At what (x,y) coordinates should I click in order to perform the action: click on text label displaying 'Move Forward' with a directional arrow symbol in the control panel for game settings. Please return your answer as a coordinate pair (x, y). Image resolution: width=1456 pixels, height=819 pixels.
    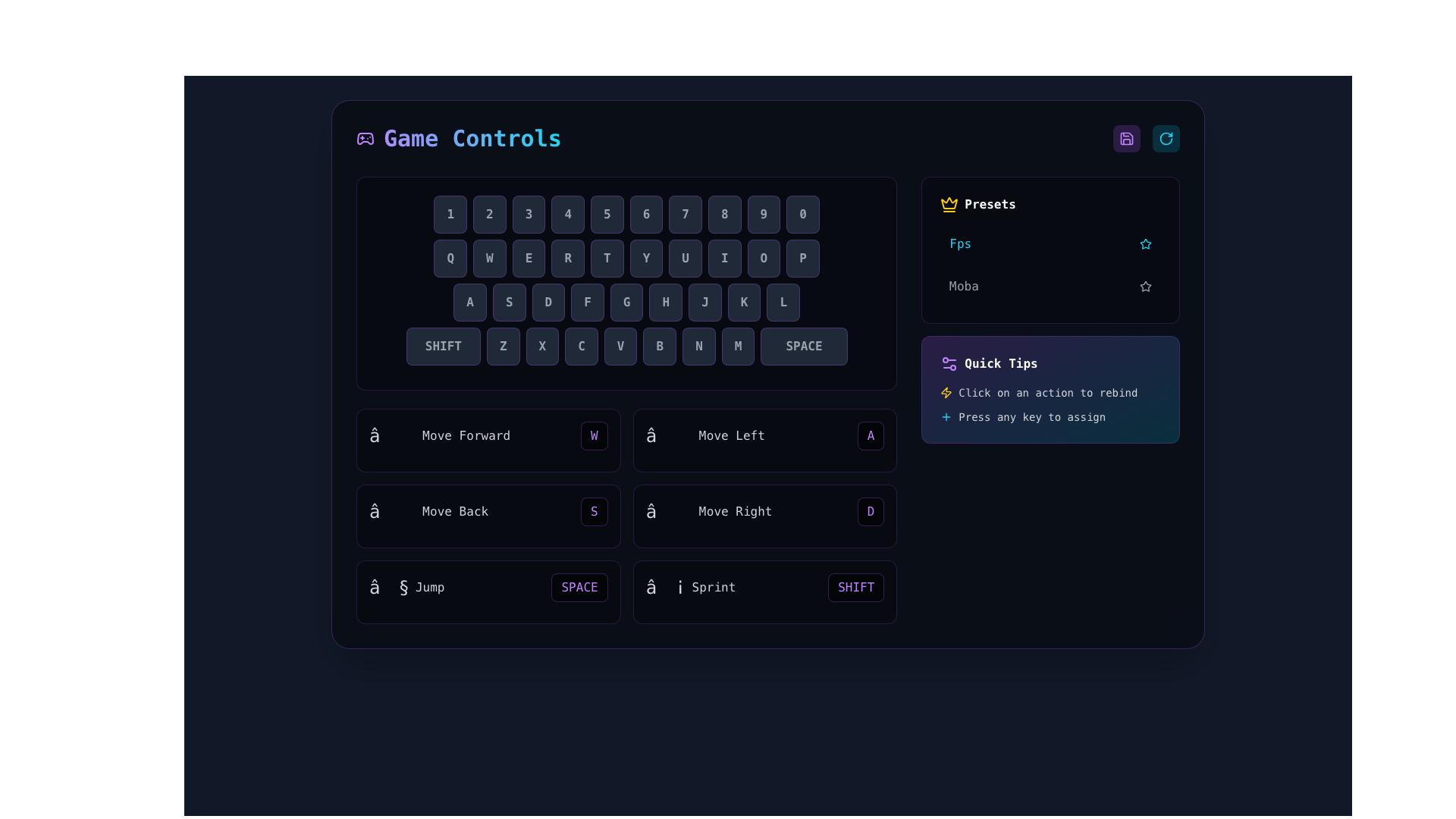
    Looking at the image, I should click on (439, 435).